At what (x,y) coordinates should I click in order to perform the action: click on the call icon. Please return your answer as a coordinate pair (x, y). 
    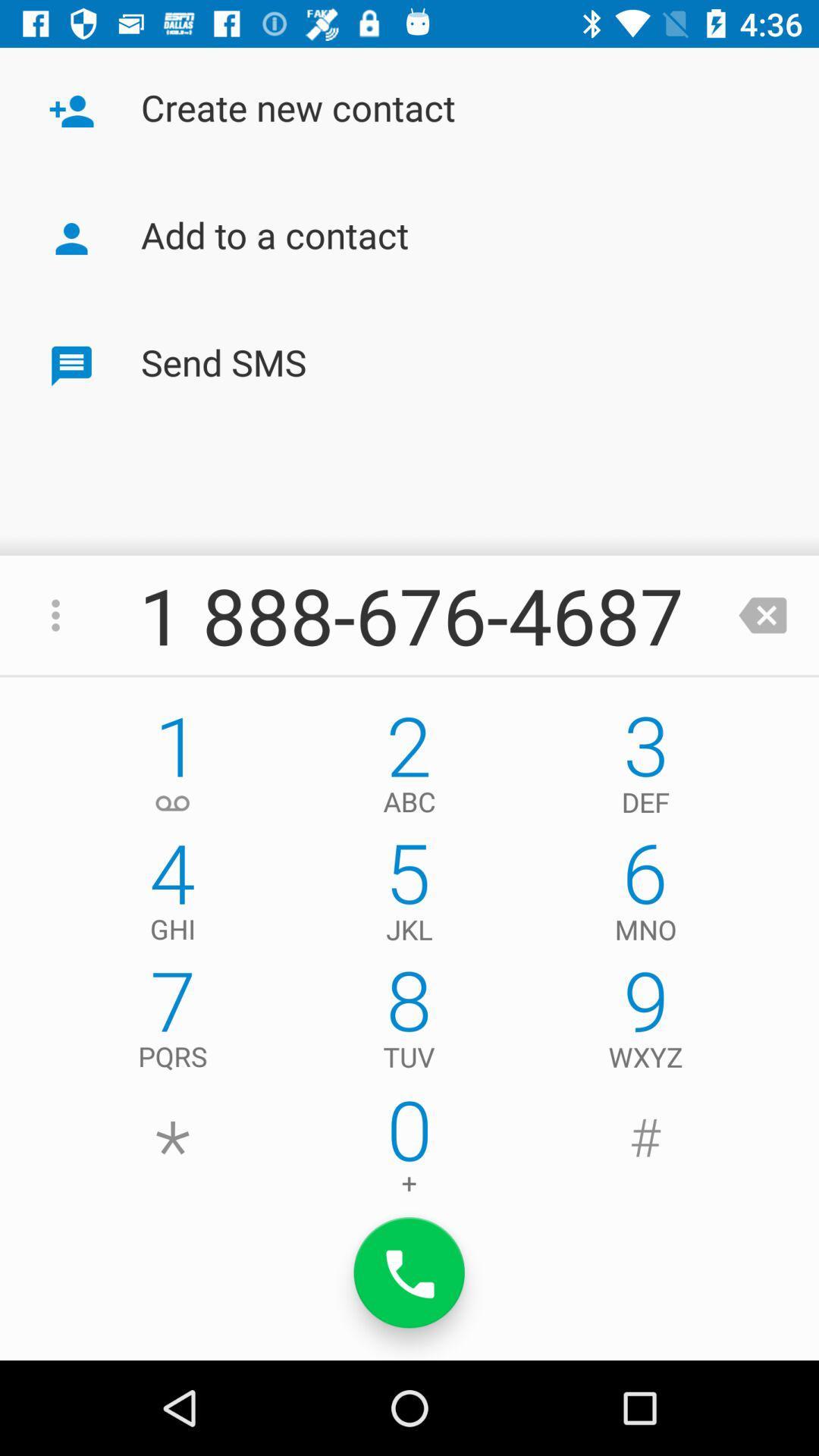
    Looking at the image, I should click on (409, 1272).